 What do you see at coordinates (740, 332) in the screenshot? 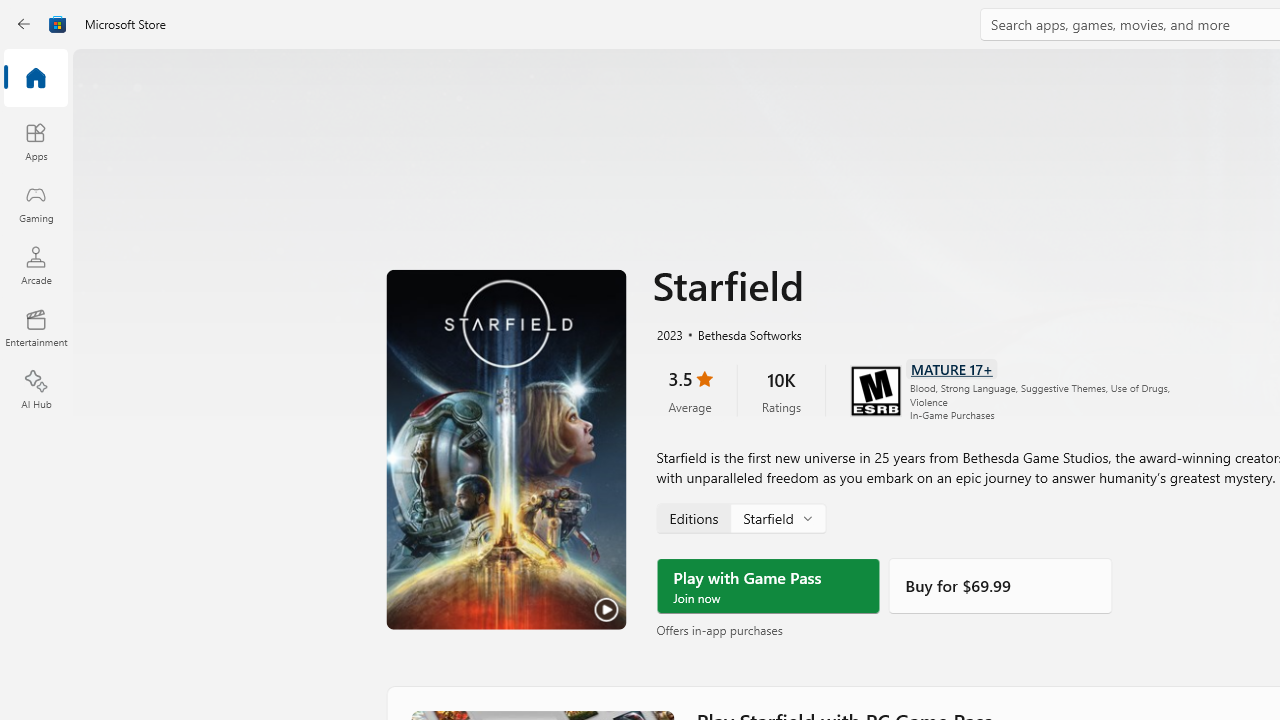
I see `'Bethesda Softworks'` at bounding box center [740, 332].